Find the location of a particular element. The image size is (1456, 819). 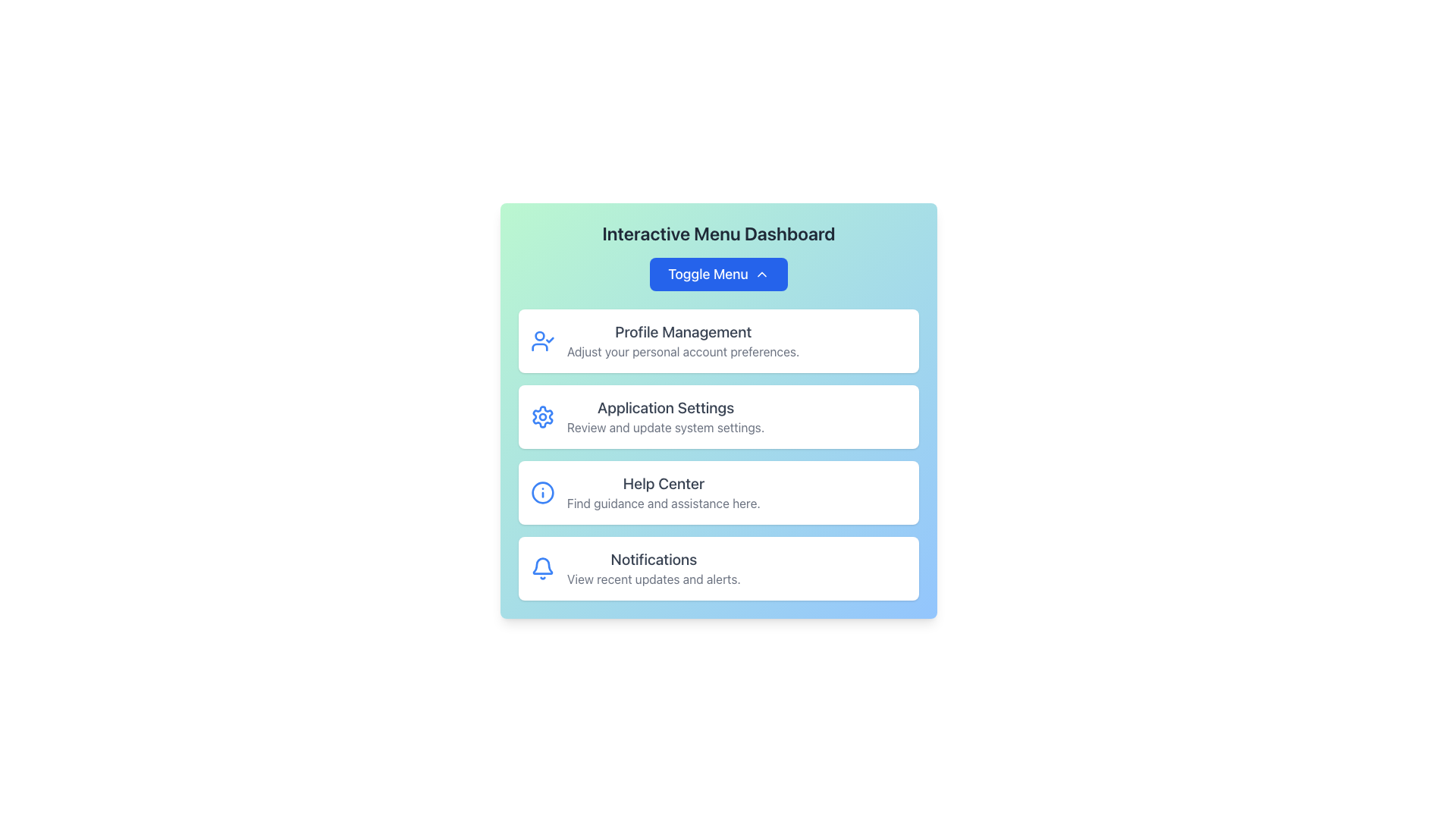

the text label that reads 'Adjust your personal account preferences.' located below the 'Profile Management' title is located at coordinates (682, 351).